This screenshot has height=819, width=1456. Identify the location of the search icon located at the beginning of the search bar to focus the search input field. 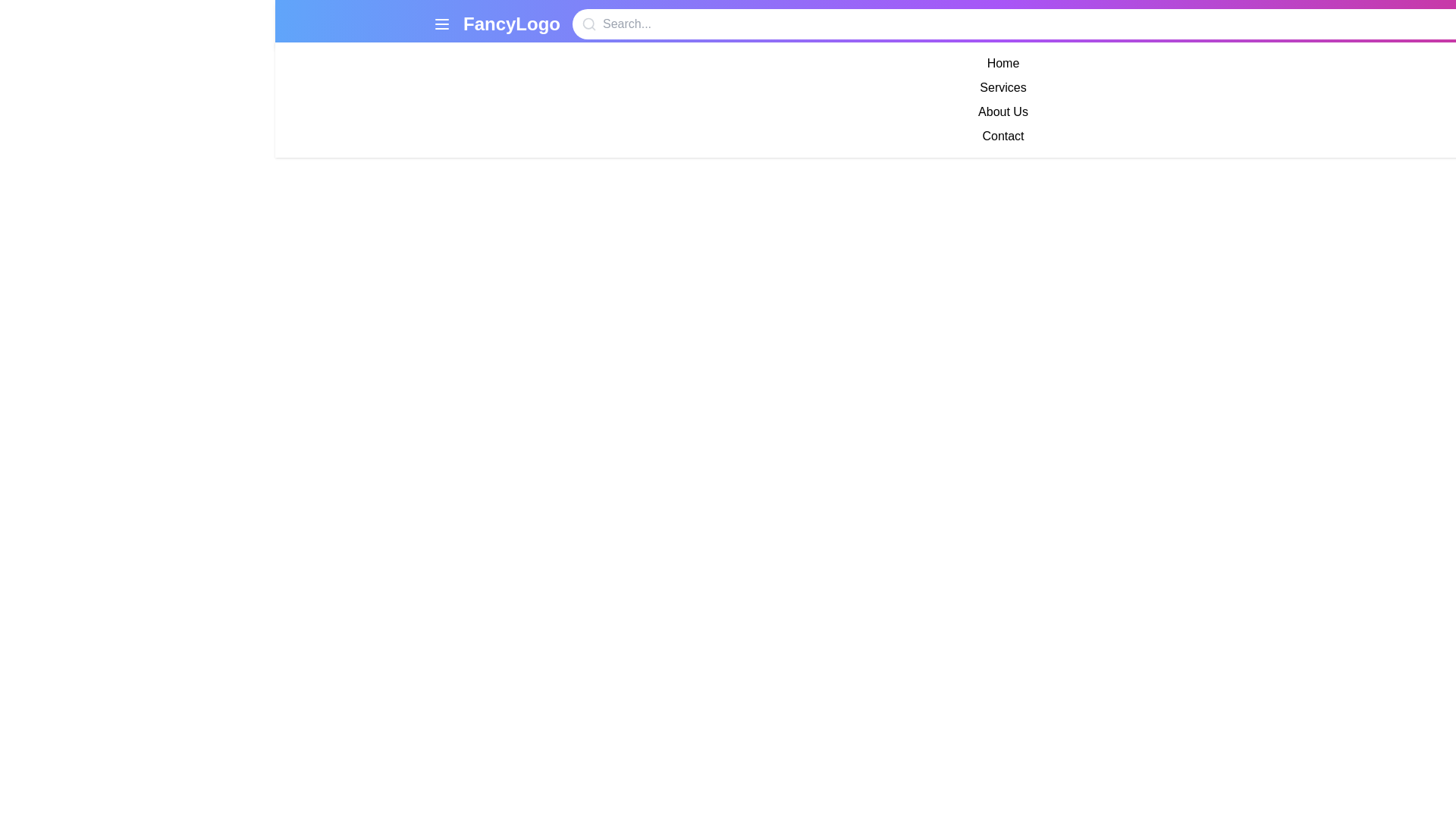
(588, 24).